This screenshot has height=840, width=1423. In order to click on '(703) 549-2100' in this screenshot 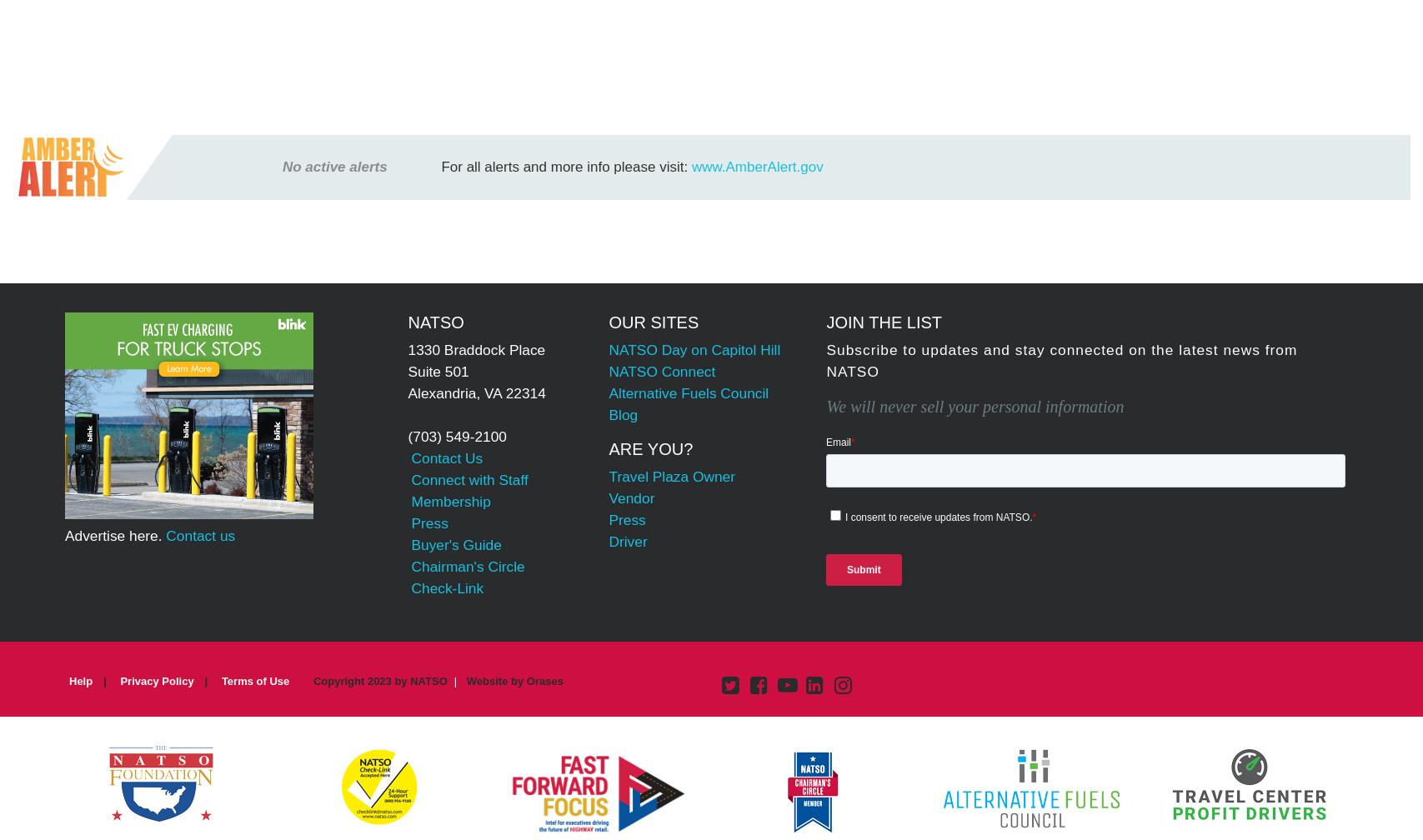, I will do `click(457, 435)`.